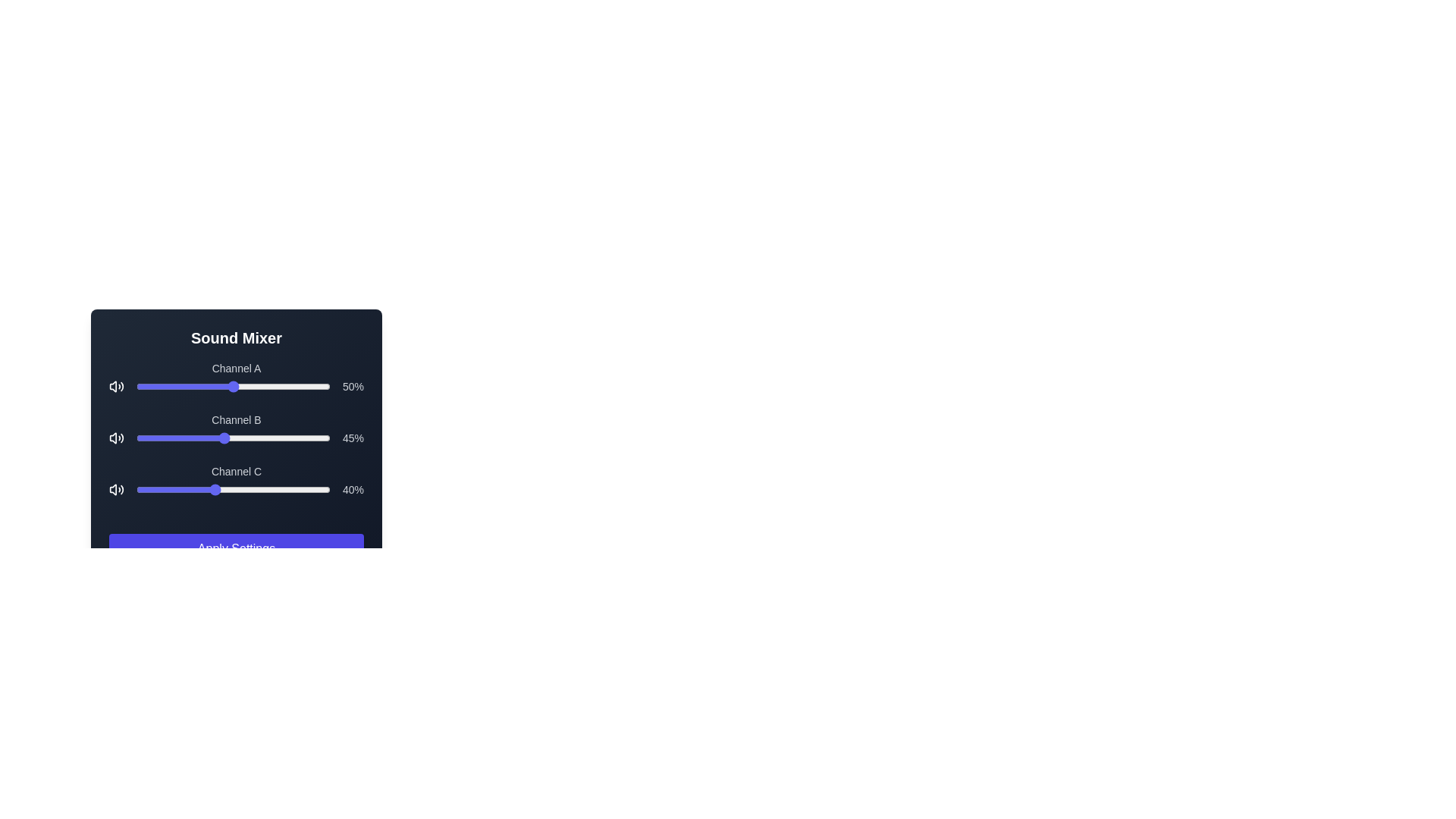  Describe the element at coordinates (162, 438) in the screenshot. I see `the Channel B volume` at that location.